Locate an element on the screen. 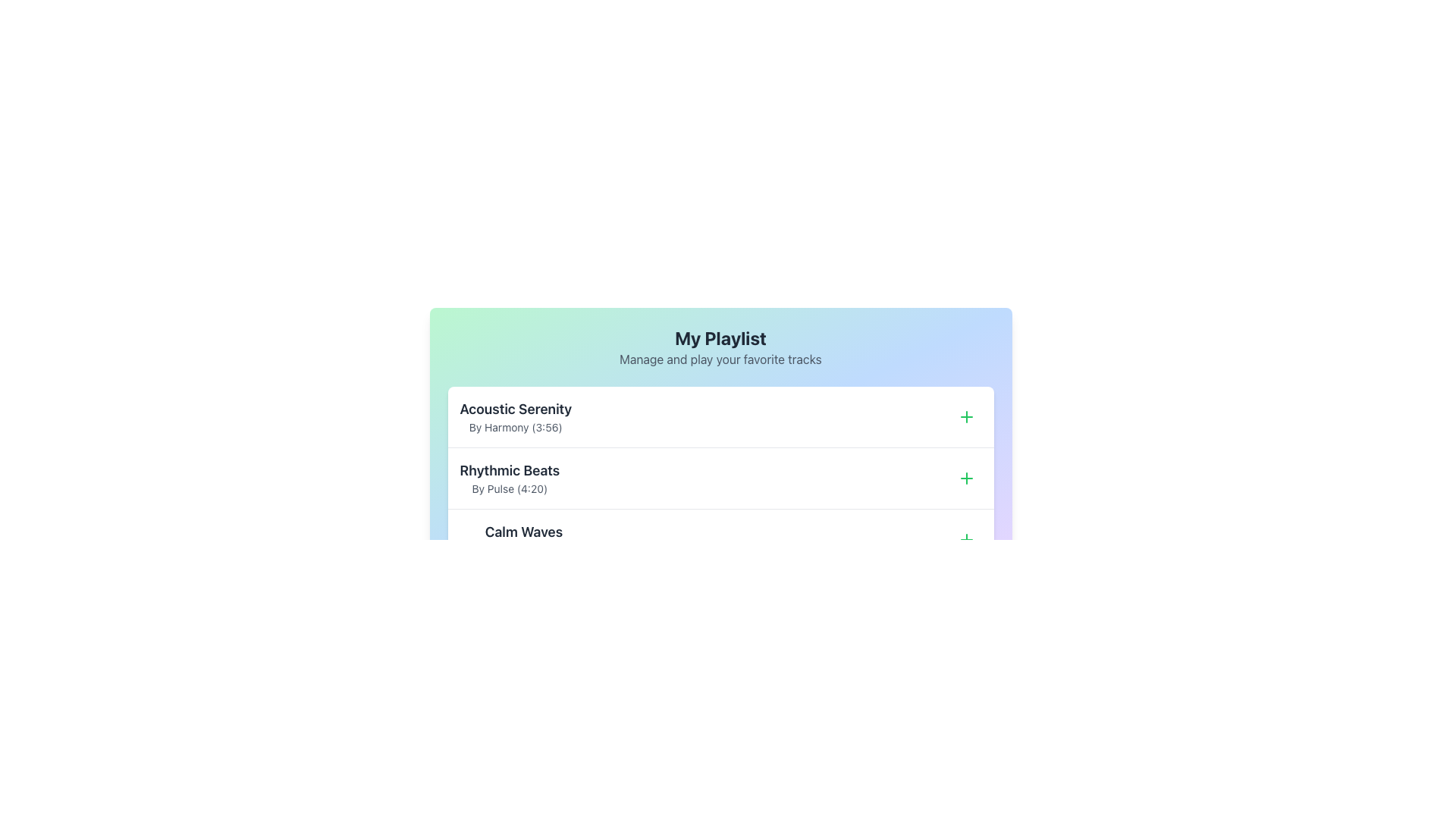 The width and height of the screenshot is (1456, 819). the button is located at coordinates (965, 539).